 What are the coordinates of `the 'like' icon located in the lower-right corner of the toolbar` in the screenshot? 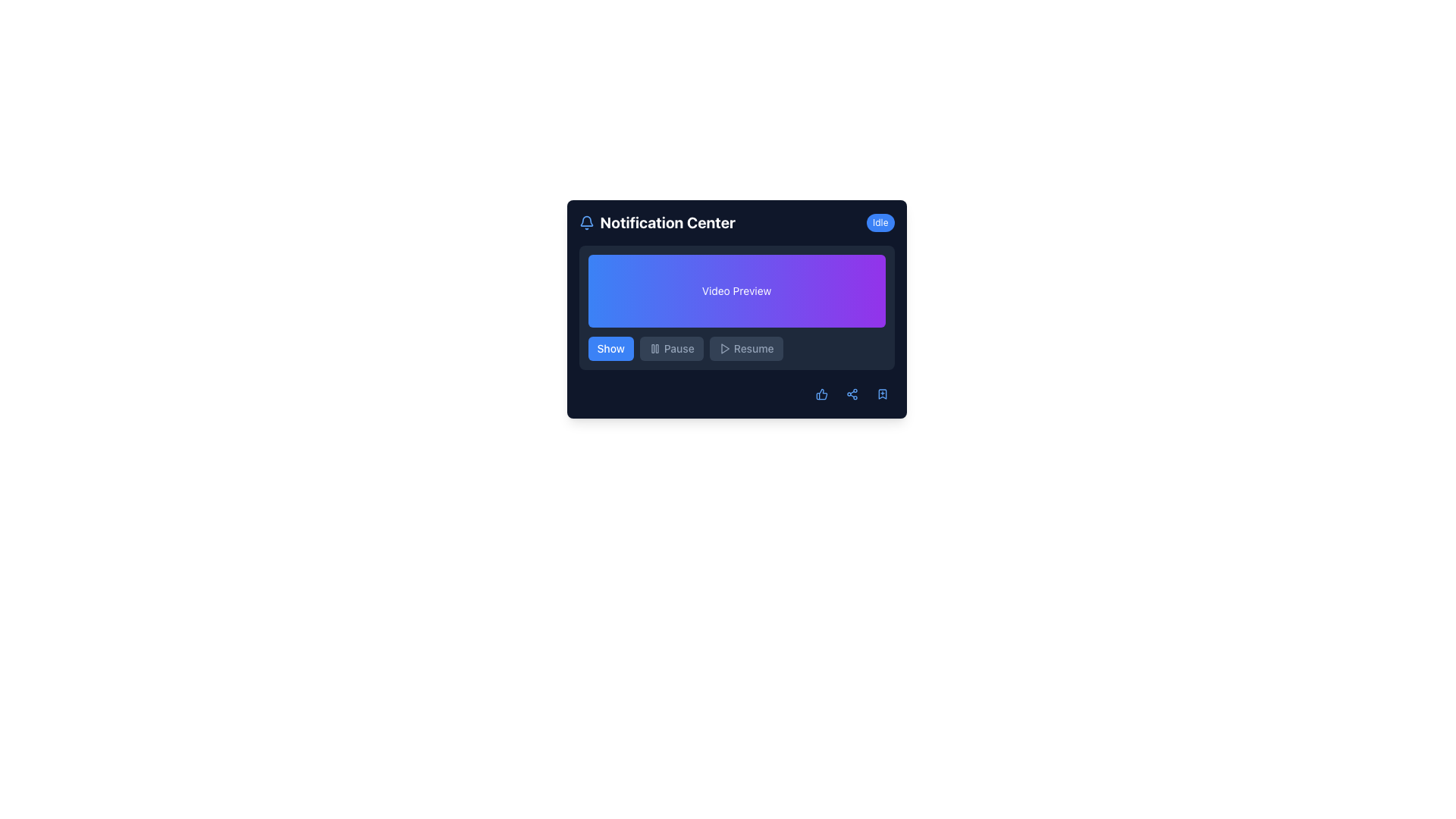 It's located at (821, 394).